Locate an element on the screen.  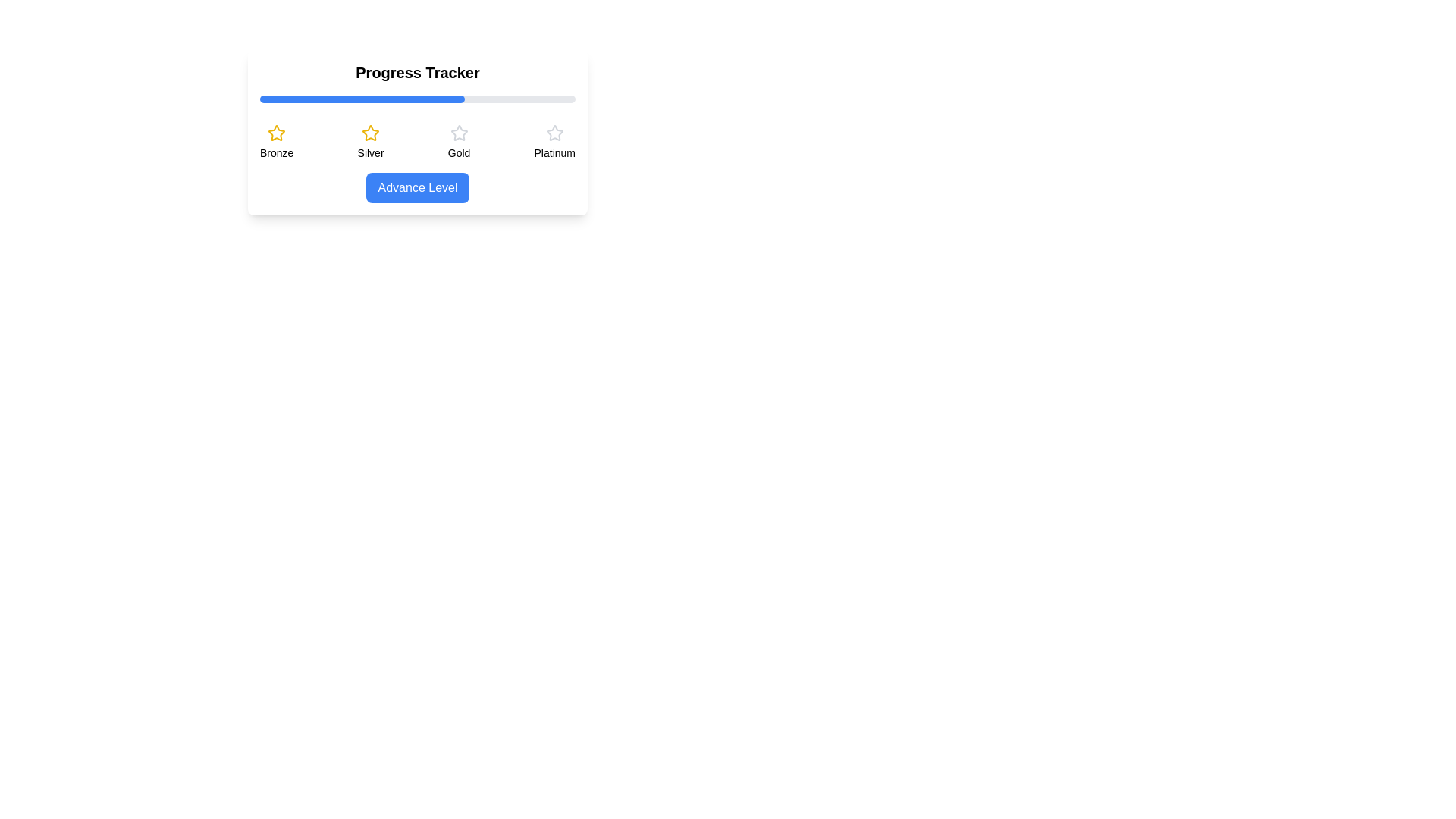
the 'Bronze' text label element, which is displayed in bold and slightly smaller font below the yellow star icon, part of a sequence of text-icon pairs representing different levels is located at coordinates (277, 152).